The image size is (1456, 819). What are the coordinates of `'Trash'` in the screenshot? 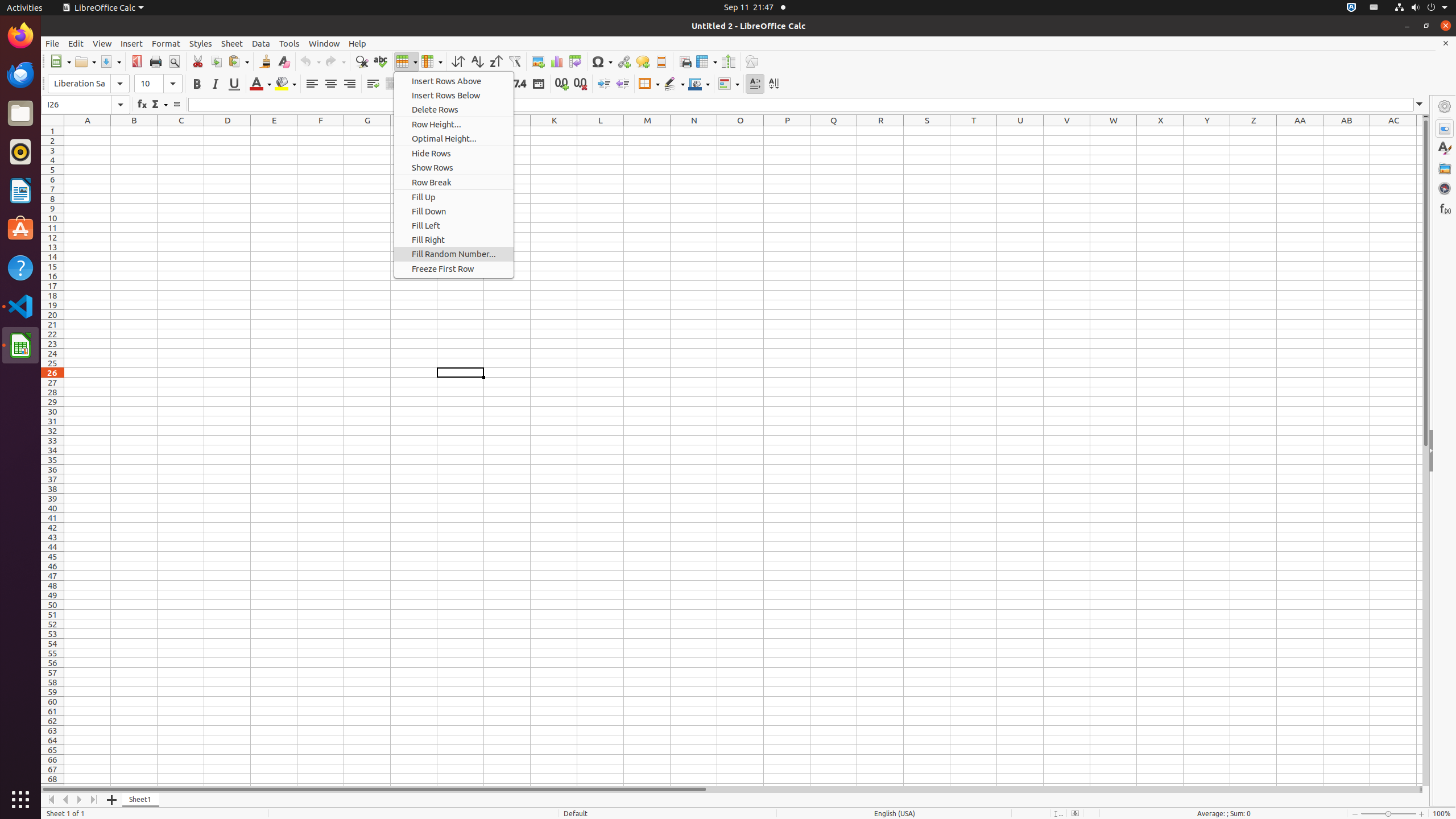 It's located at (76, 107).